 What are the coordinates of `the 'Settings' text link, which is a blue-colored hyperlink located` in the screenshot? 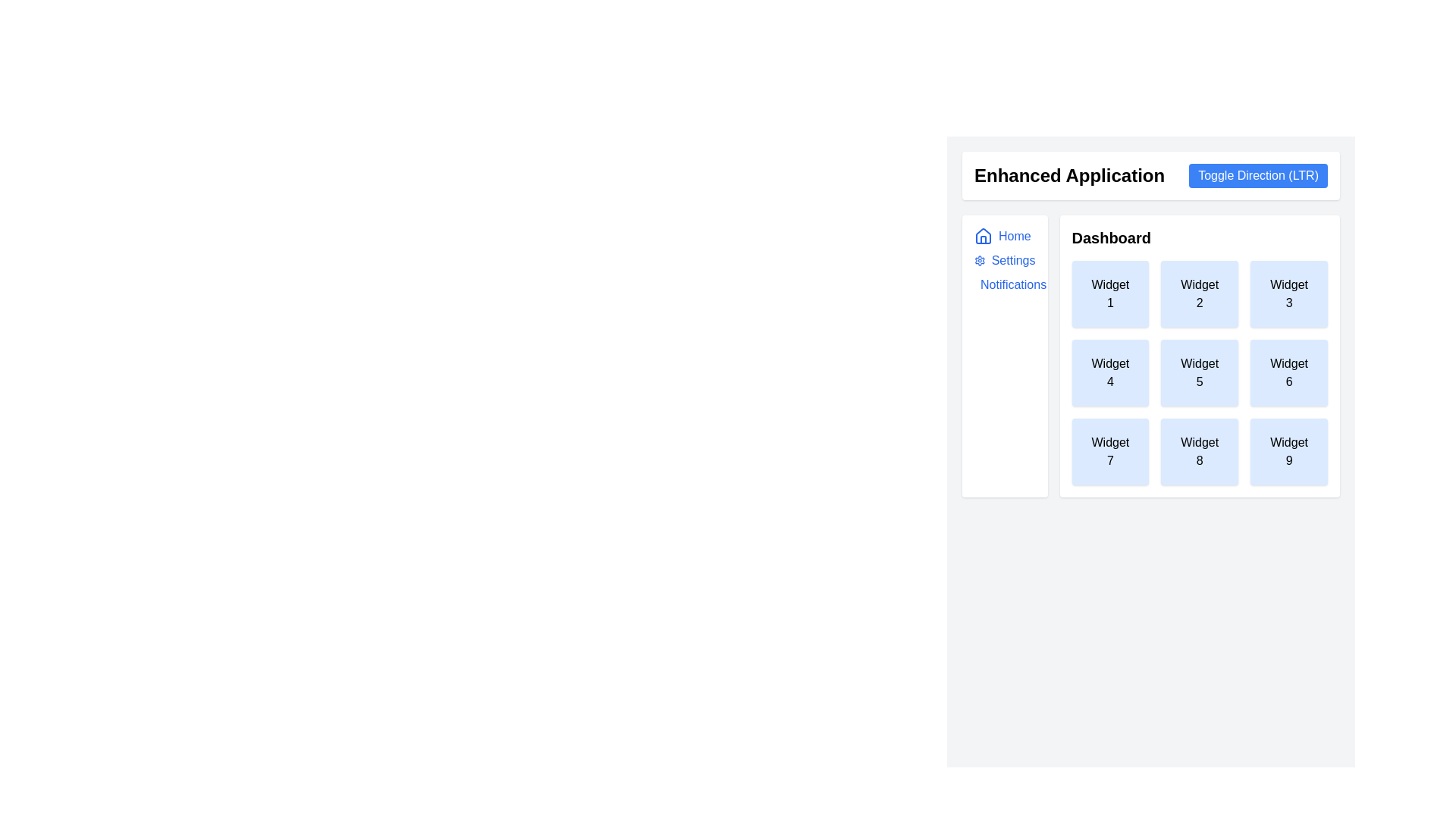 It's located at (1012, 259).